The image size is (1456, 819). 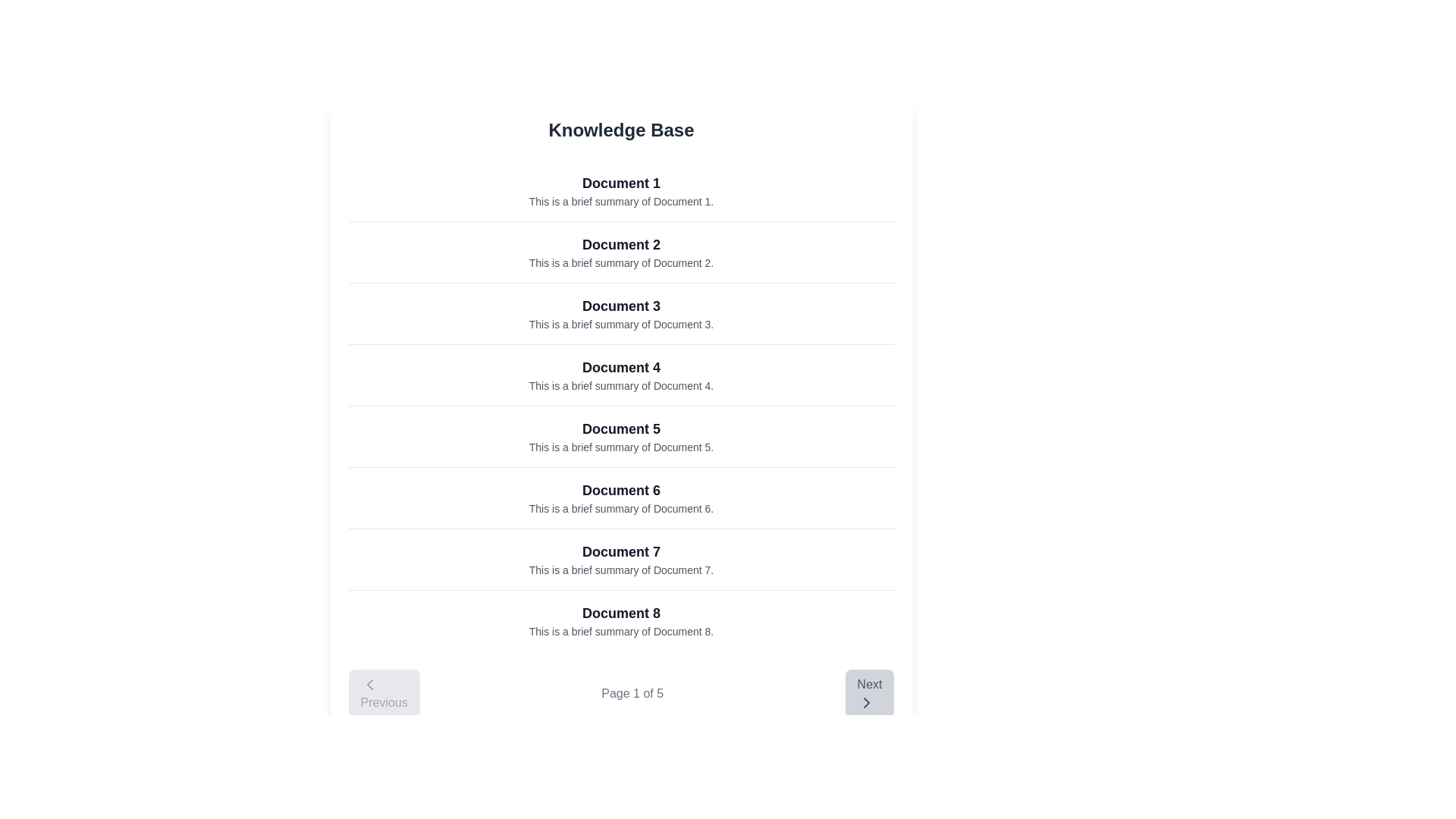 What do you see at coordinates (621, 570) in the screenshot?
I see `text content of the Text Label displaying 'This is a brief summary of Document 7.', which is positioned below the title 'Document 7' in a light gray color scheme` at bounding box center [621, 570].